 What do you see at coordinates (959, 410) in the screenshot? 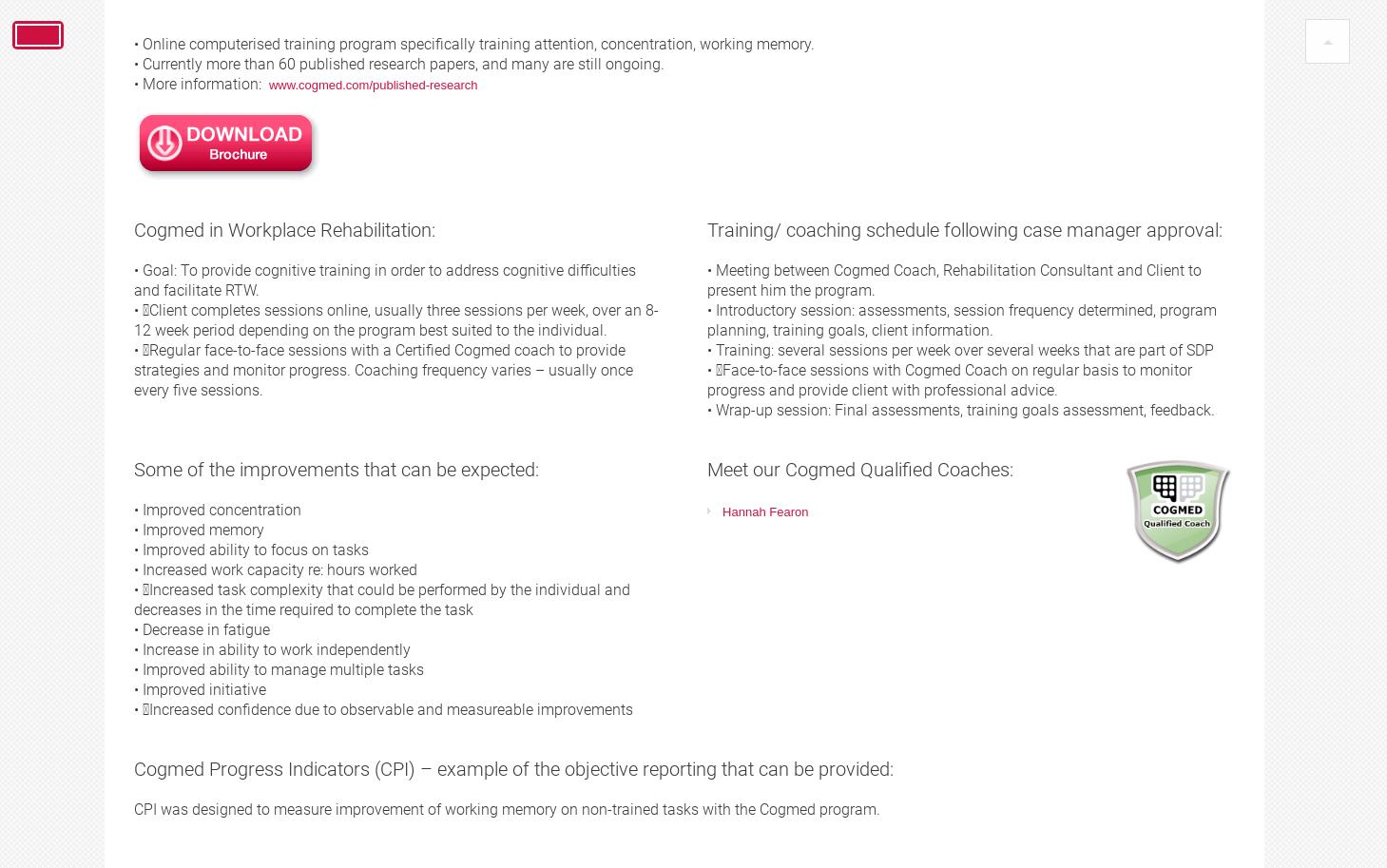
I see `'• Wrap-up session: Final assessments, training goals assessment, feedback.'` at bounding box center [959, 410].